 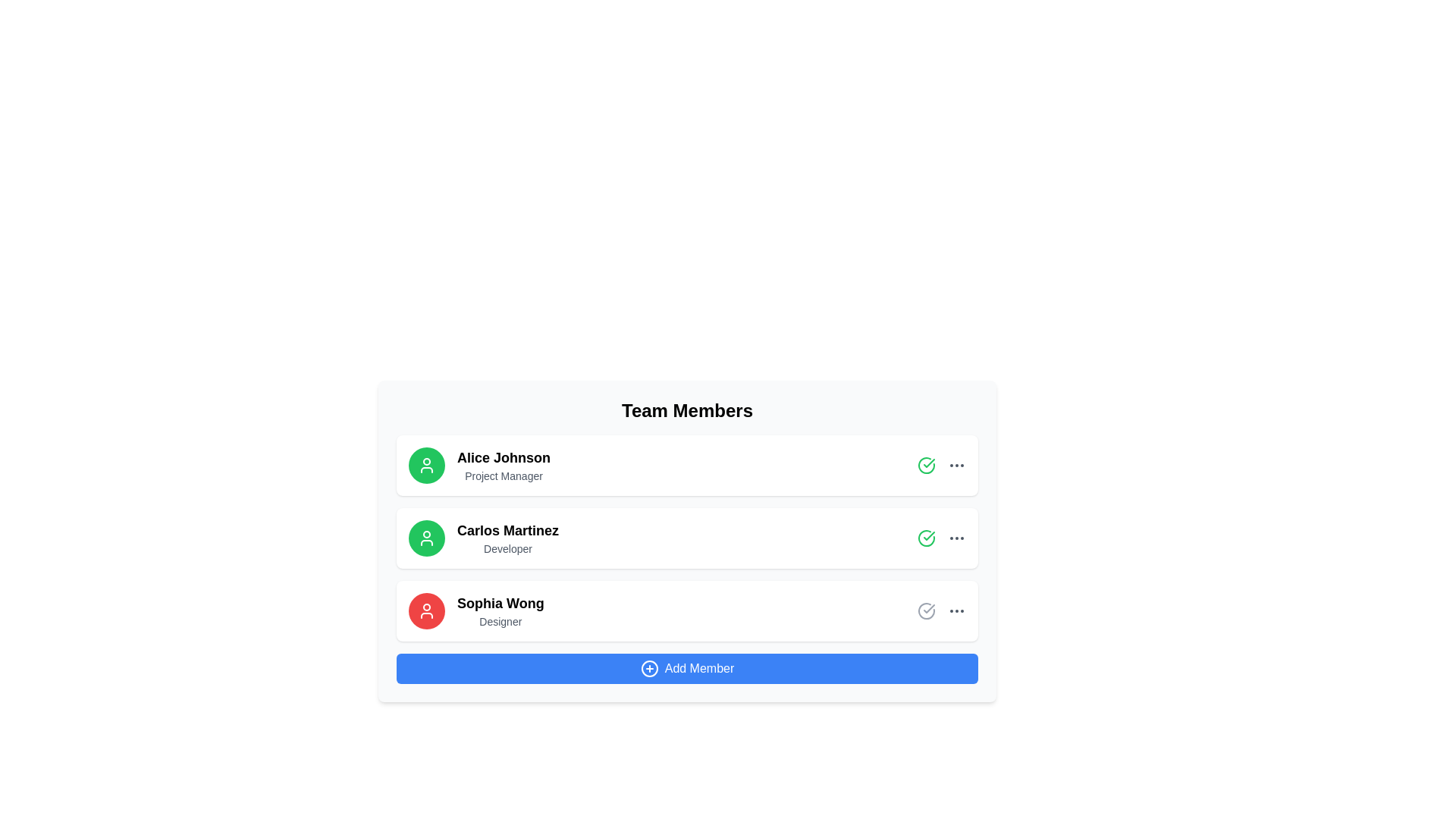 I want to click on the circular blue and white icon with a plus sign inside the prominent 'Add Member' button, so click(x=649, y=668).